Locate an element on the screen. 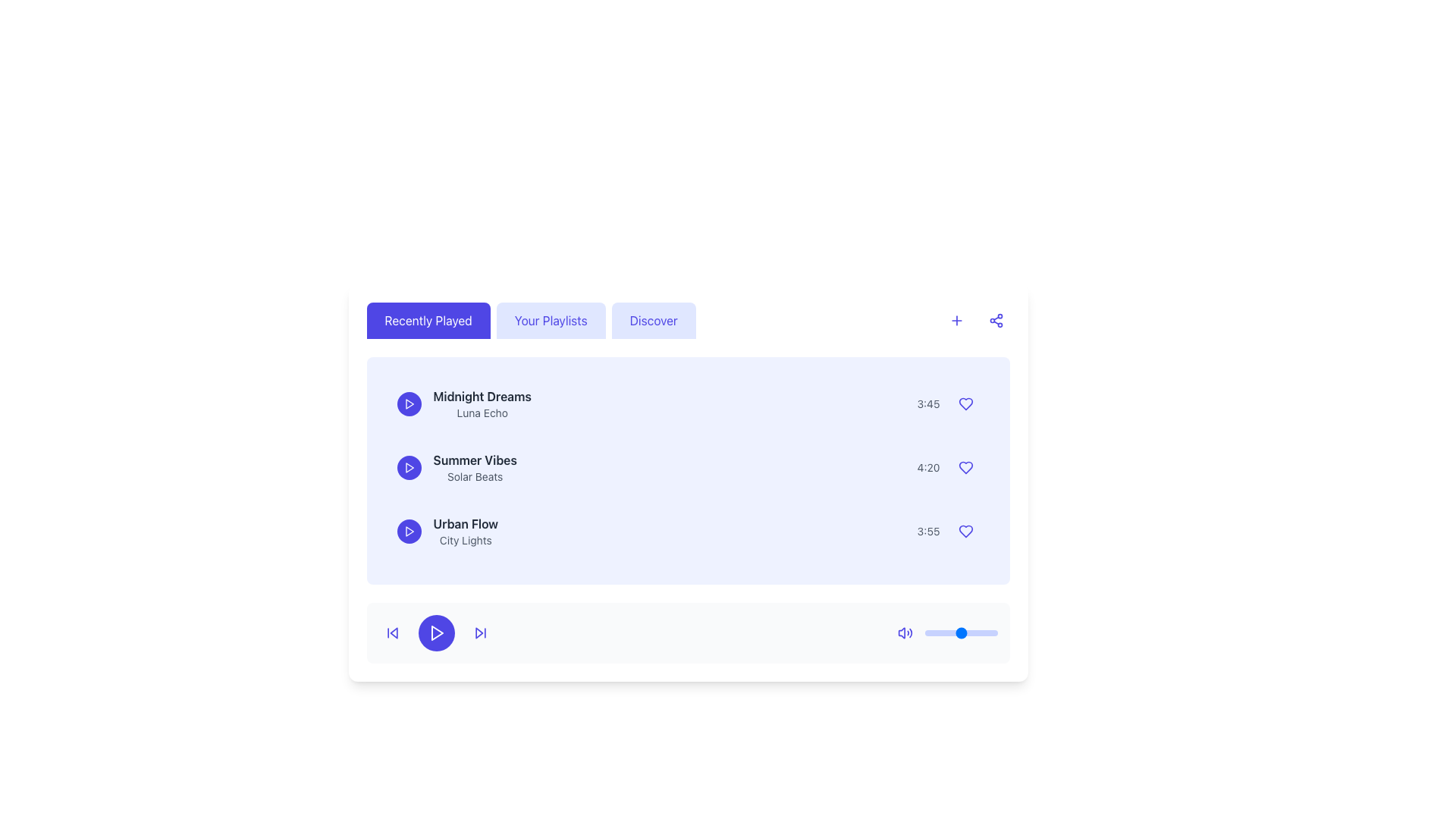  content presented in the label displaying the title 'Summer Vibes' by 'Solar Beats', located in the second row of the track list, between 'Midnight Dreams' and 'Urban Flow' is located at coordinates (474, 467).